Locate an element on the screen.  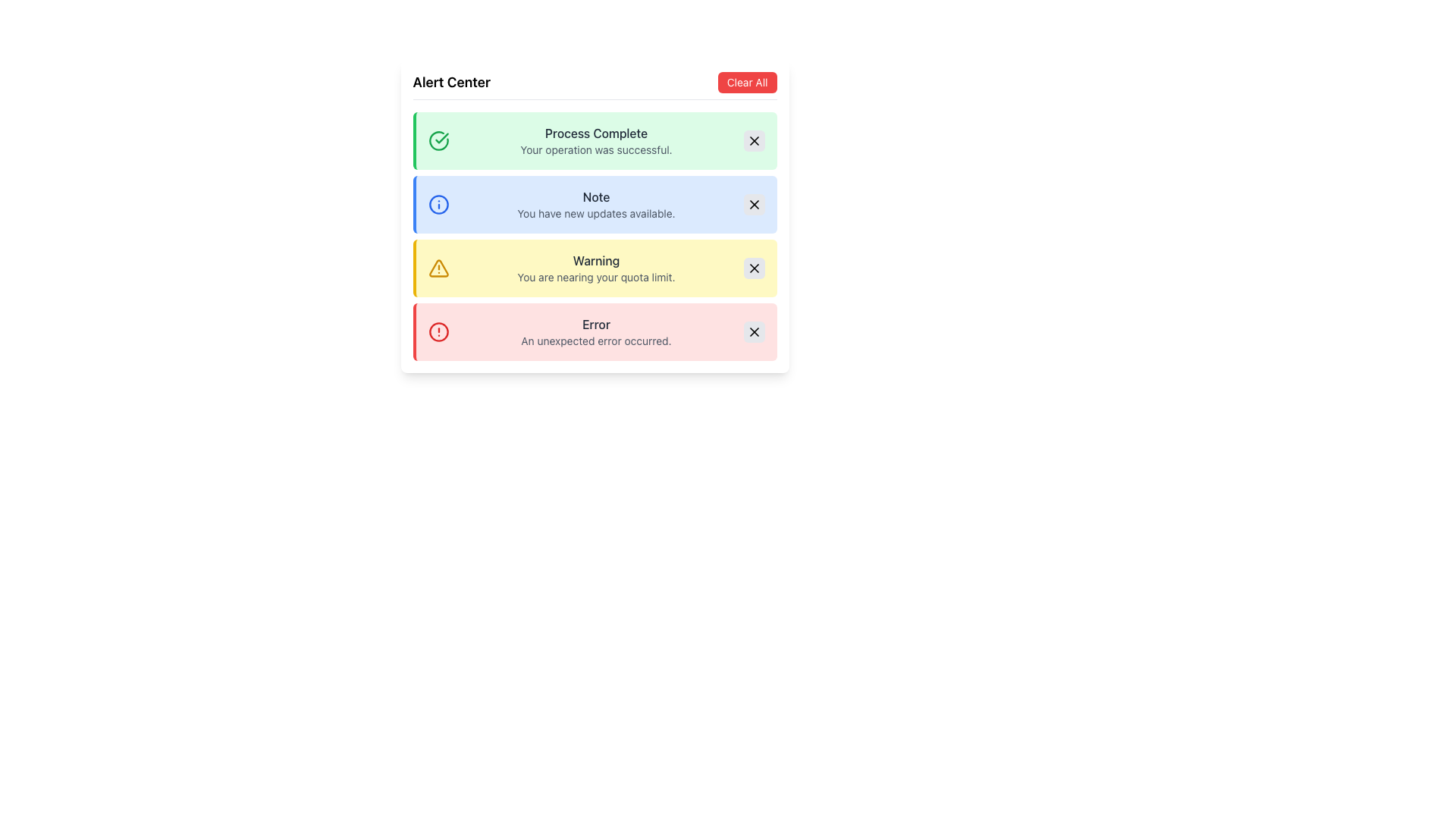
warning text of the non-interactive notification message titled 'Warning' that informs about nearing quota limit, positioned within the 'Alert Center' dialog is located at coordinates (595, 268).